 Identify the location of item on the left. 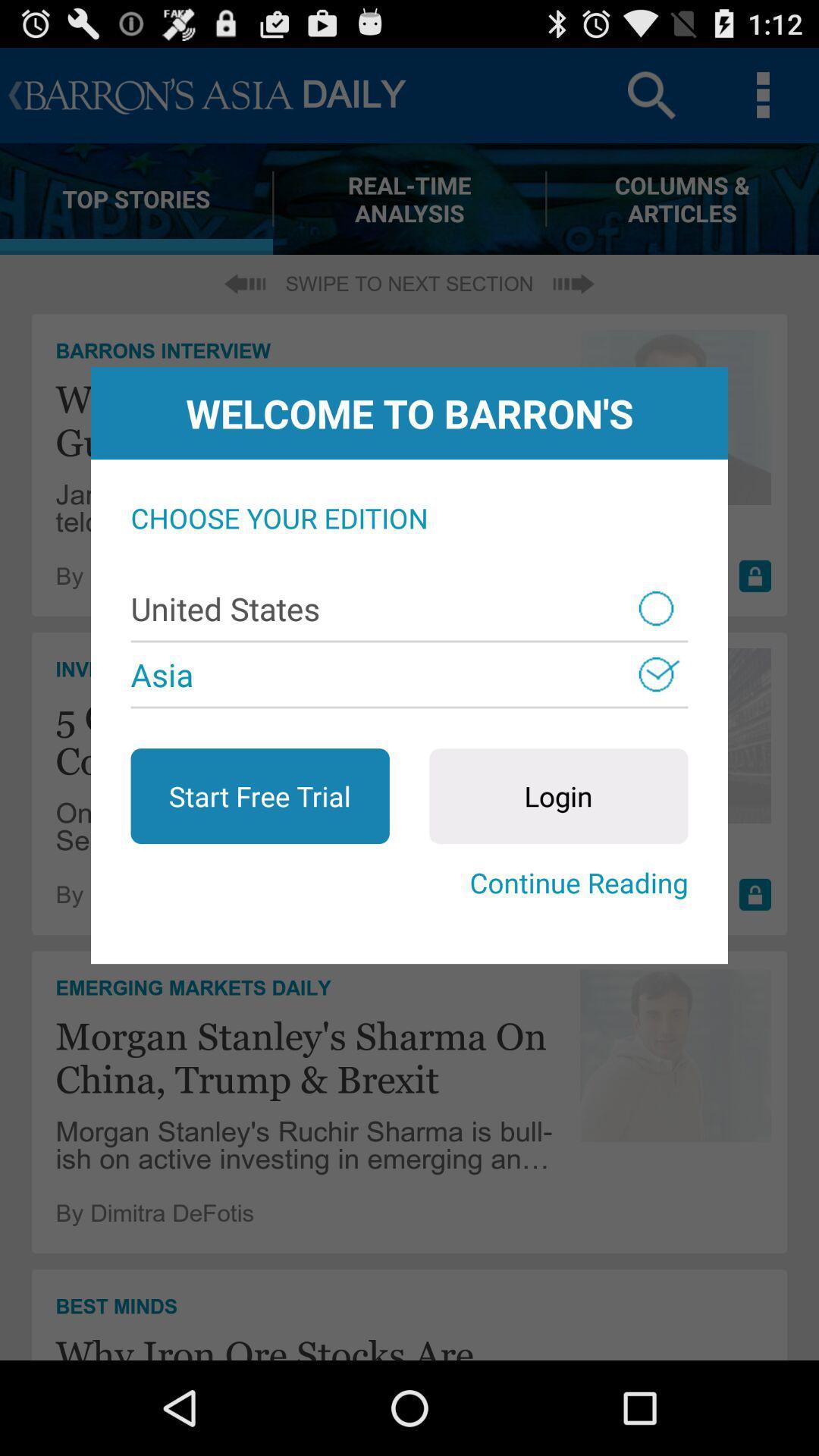
(259, 795).